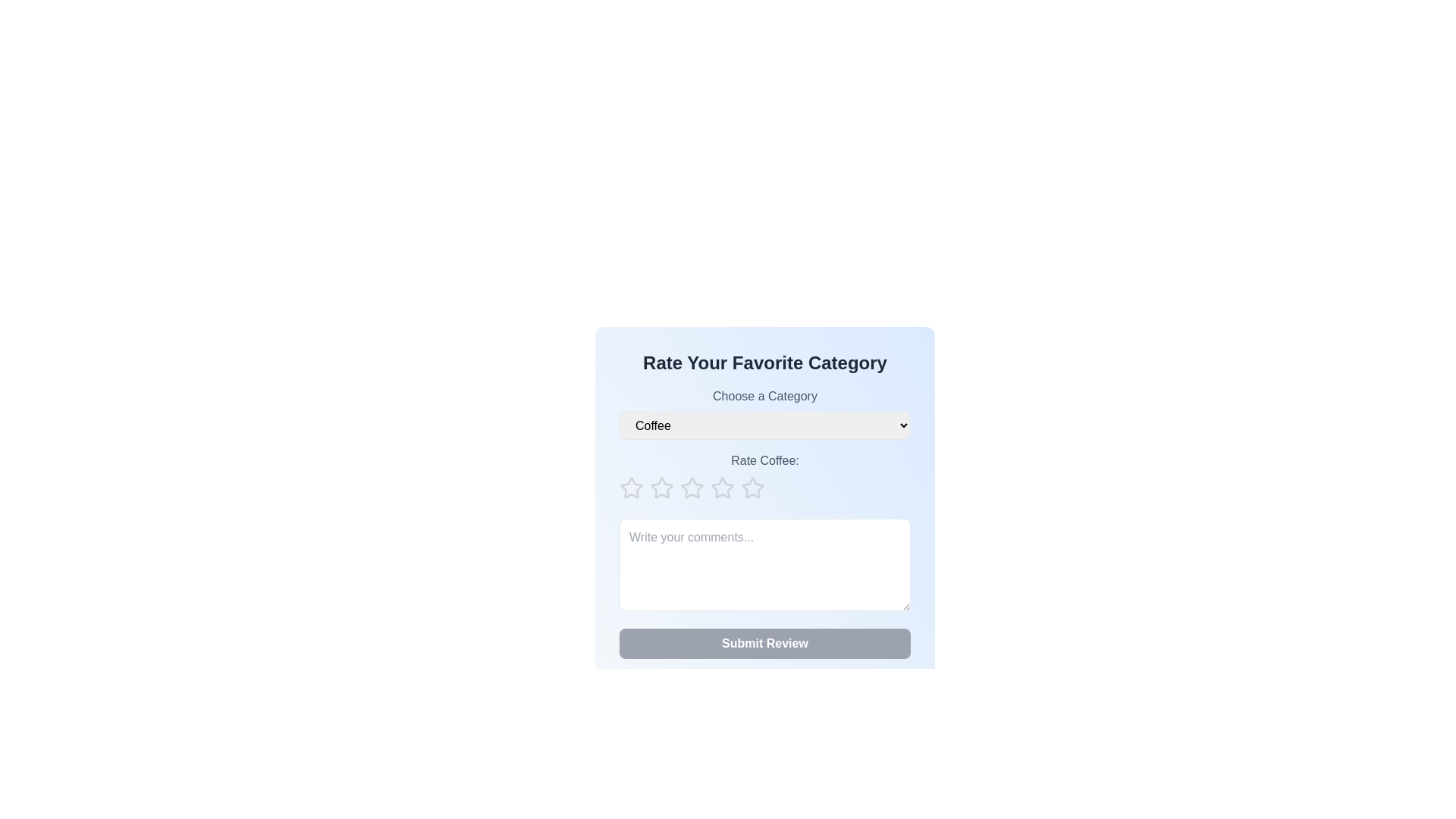 This screenshot has height=819, width=1456. I want to click on the first rating star button, so click(632, 488).